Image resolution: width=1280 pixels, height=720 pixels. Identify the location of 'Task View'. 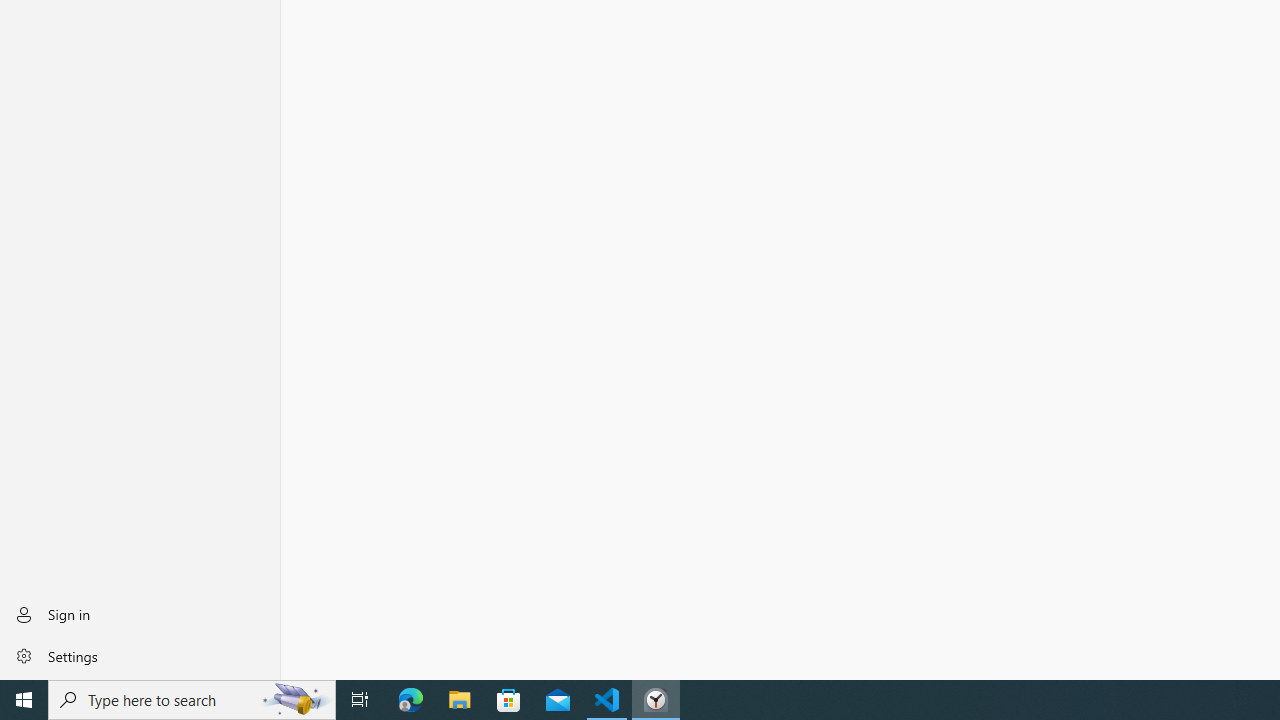
(359, 698).